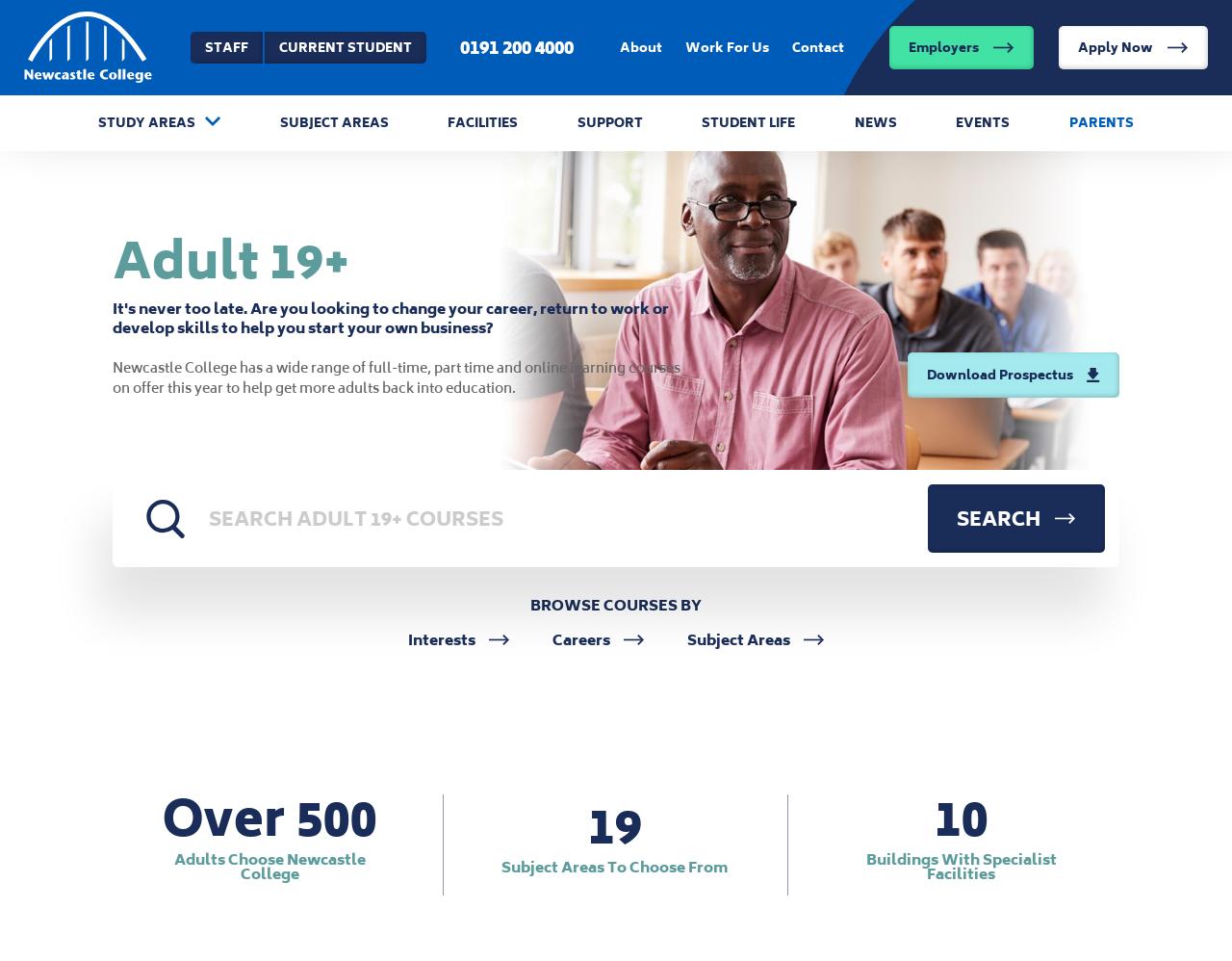 This screenshot has width=1232, height=961. I want to click on 'Apply Now', so click(1115, 46).